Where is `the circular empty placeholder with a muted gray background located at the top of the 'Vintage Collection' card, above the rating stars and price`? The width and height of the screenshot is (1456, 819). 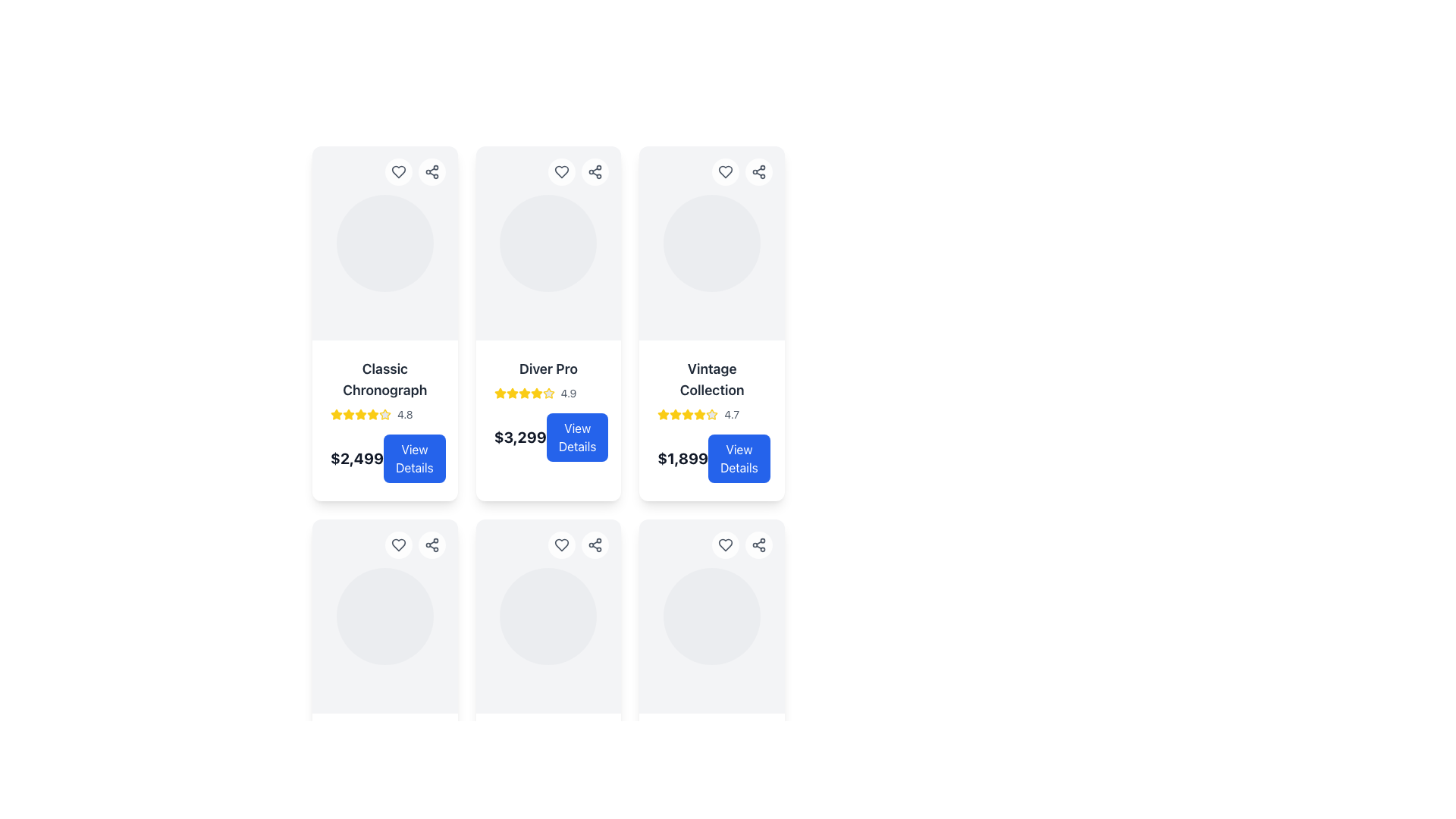 the circular empty placeholder with a muted gray background located at the top of the 'Vintage Collection' card, above the rating stars and price is located at coordinates (711, 242).